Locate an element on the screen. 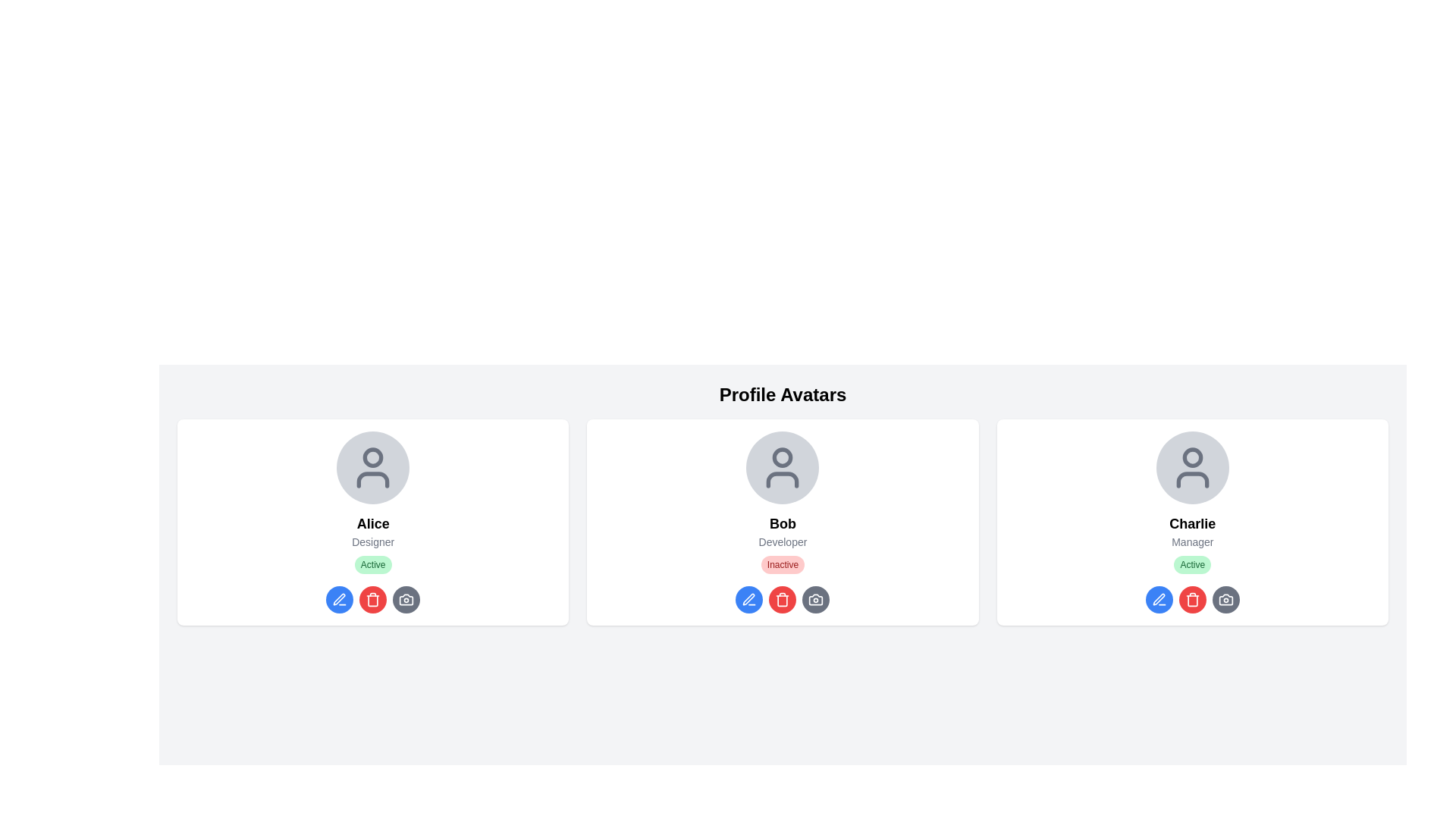 The width and height of the screenshot is (1456, 819). the left part of the camera icon graphic in the profile card section is located at coordinates (1225, 598).